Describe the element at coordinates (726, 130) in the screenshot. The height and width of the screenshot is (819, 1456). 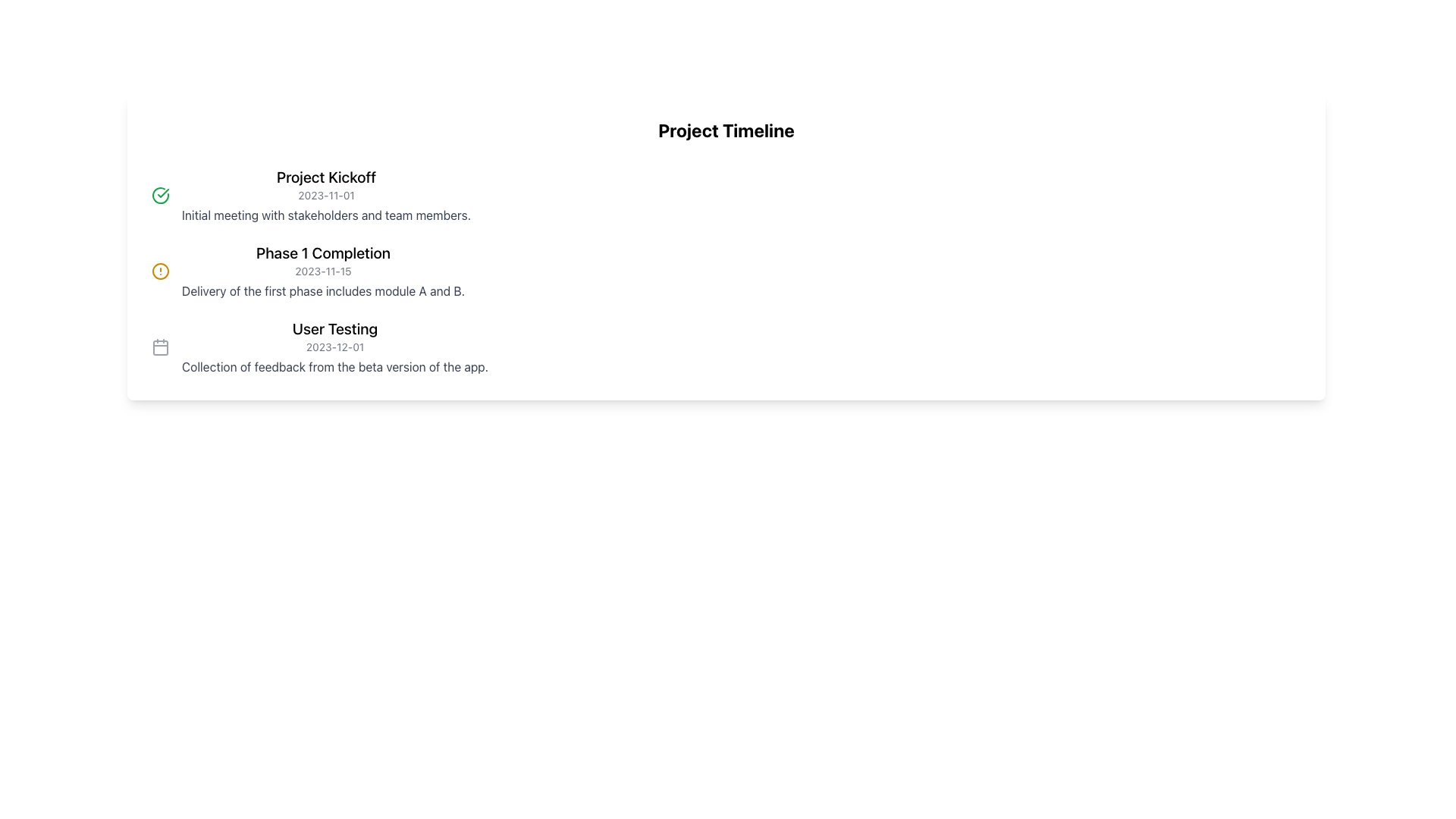
I see `text content of the bold heading that says 'Project Timeline', which is prominently displayed at the top of a section with a white background and rounded corners` at that location.